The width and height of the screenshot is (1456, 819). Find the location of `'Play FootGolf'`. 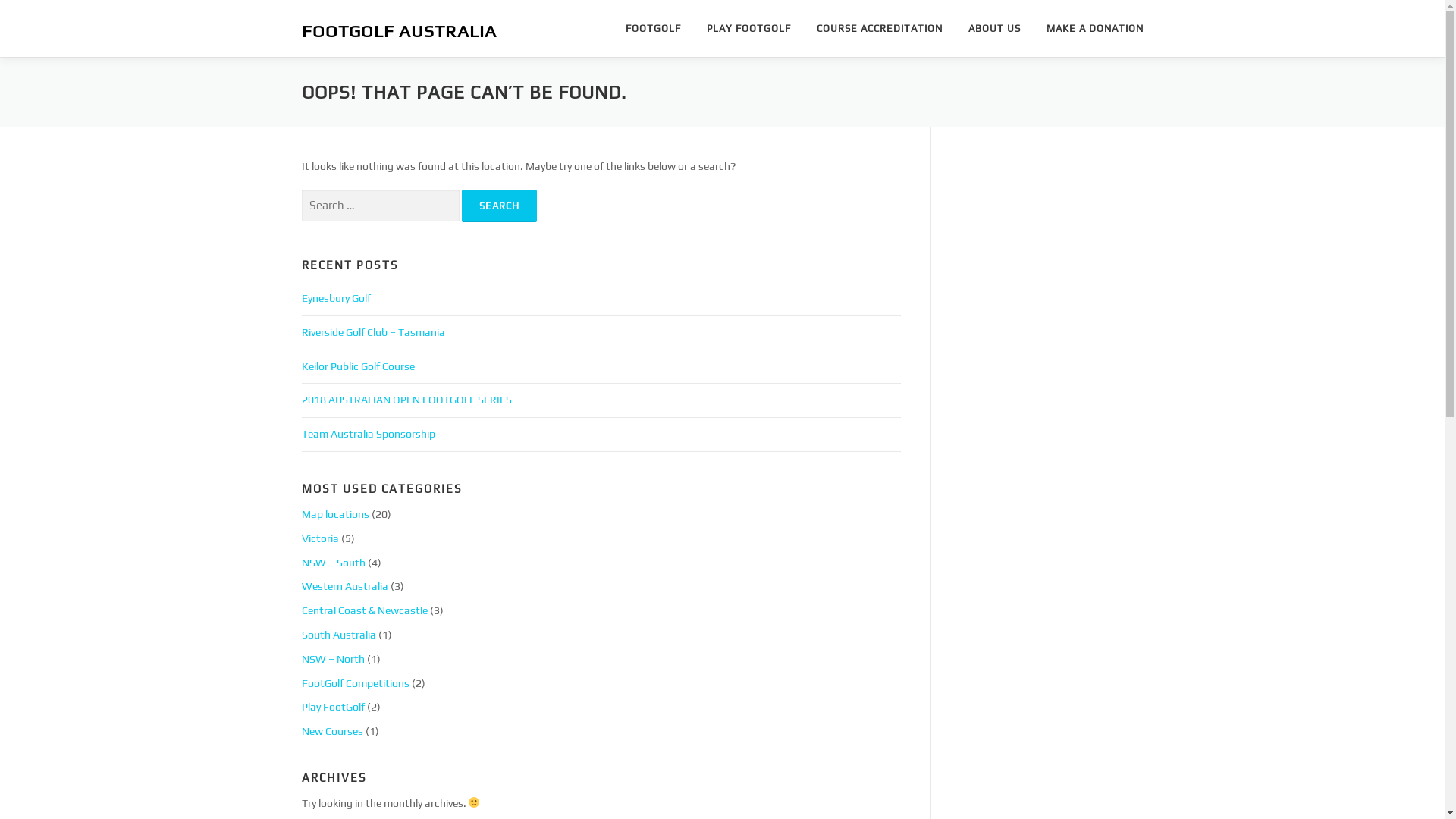

'Play FootGolf' is located at coordinates (332, 707).